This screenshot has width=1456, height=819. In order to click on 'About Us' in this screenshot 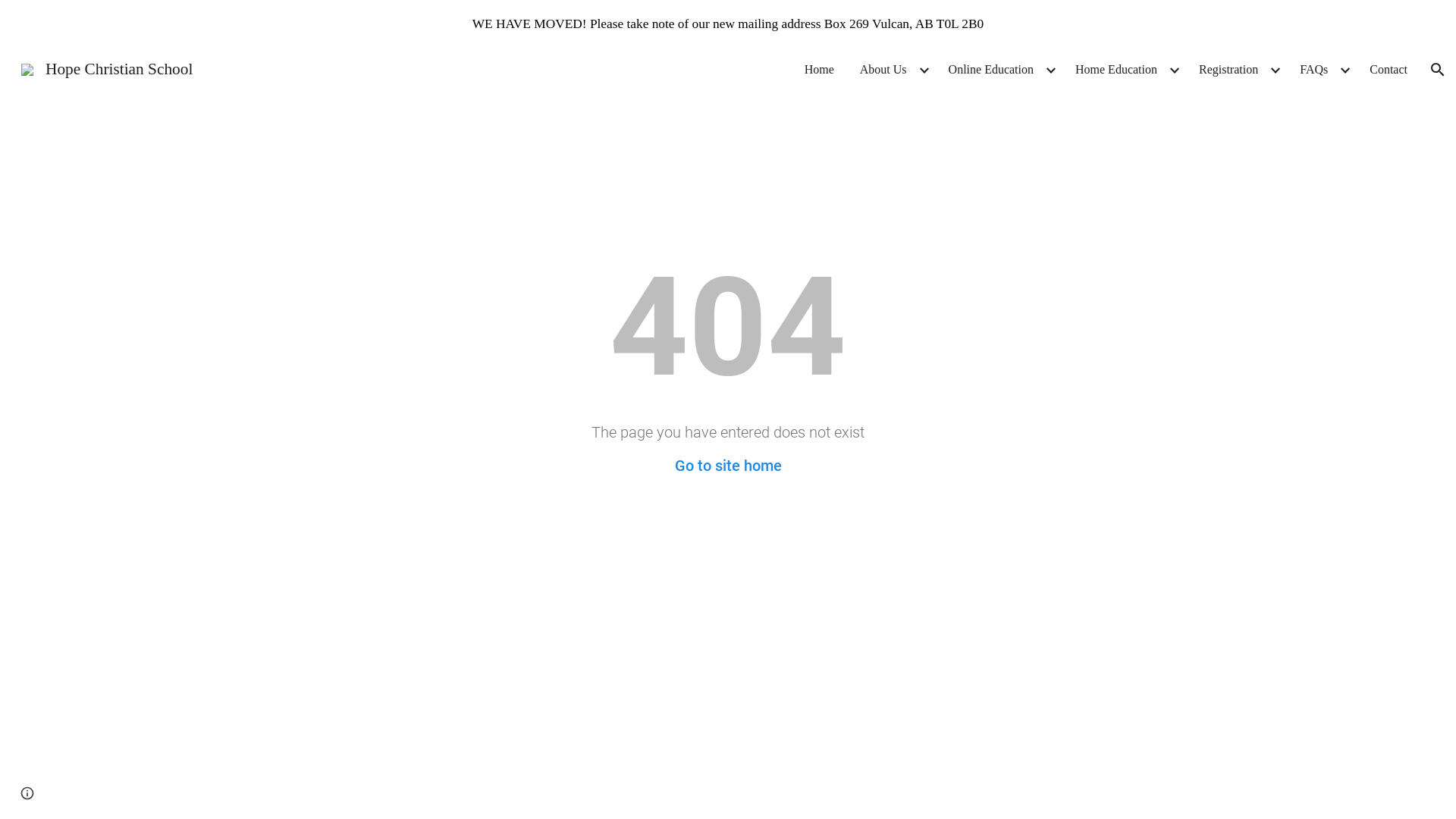, I will do `click(883, 70)`.